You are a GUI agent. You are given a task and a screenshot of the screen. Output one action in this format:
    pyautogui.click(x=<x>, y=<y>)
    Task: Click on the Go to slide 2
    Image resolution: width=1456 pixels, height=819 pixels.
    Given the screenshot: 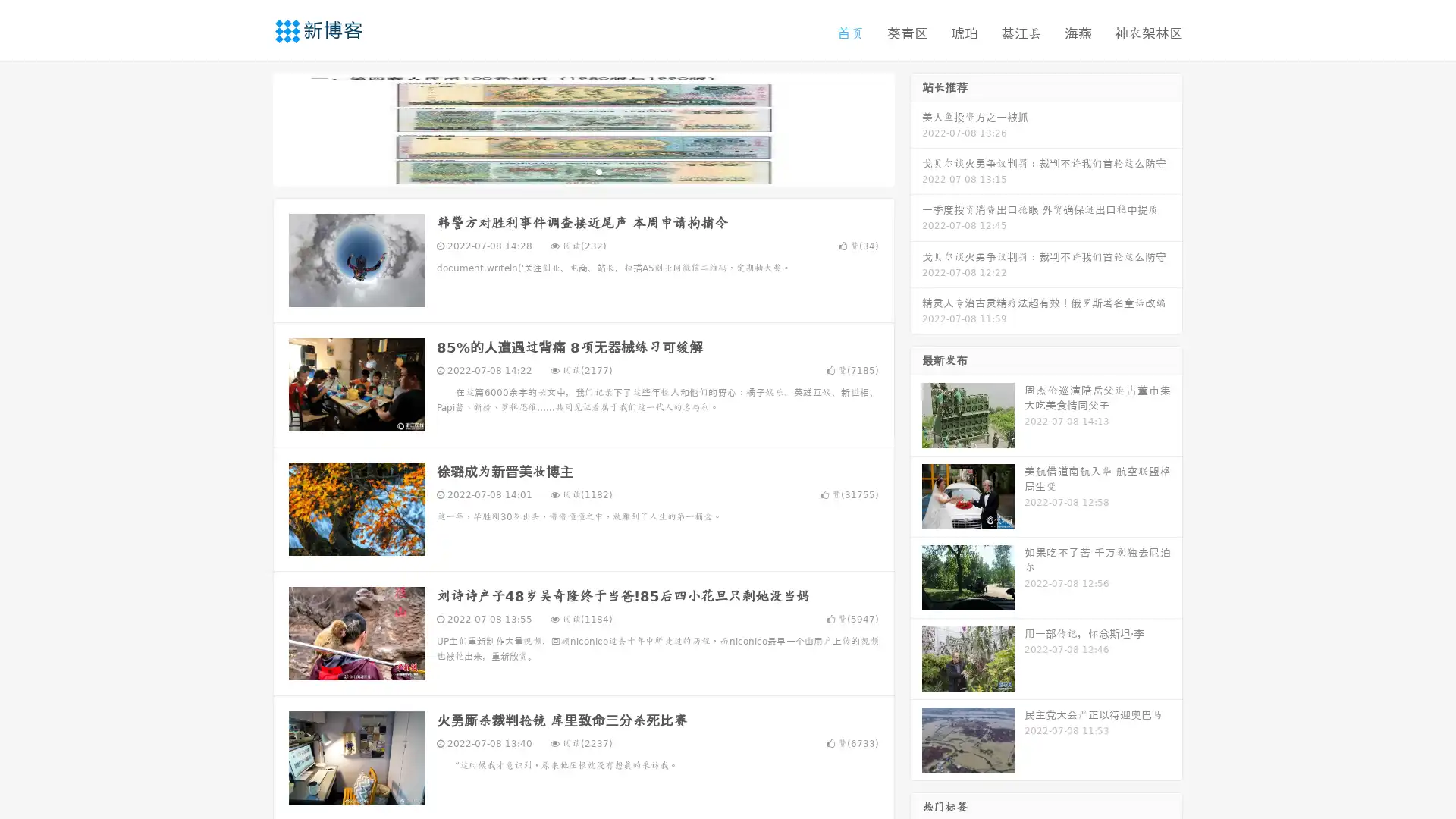 What is the action you would take?
    pyautogui.click(x=582, y=171)
    